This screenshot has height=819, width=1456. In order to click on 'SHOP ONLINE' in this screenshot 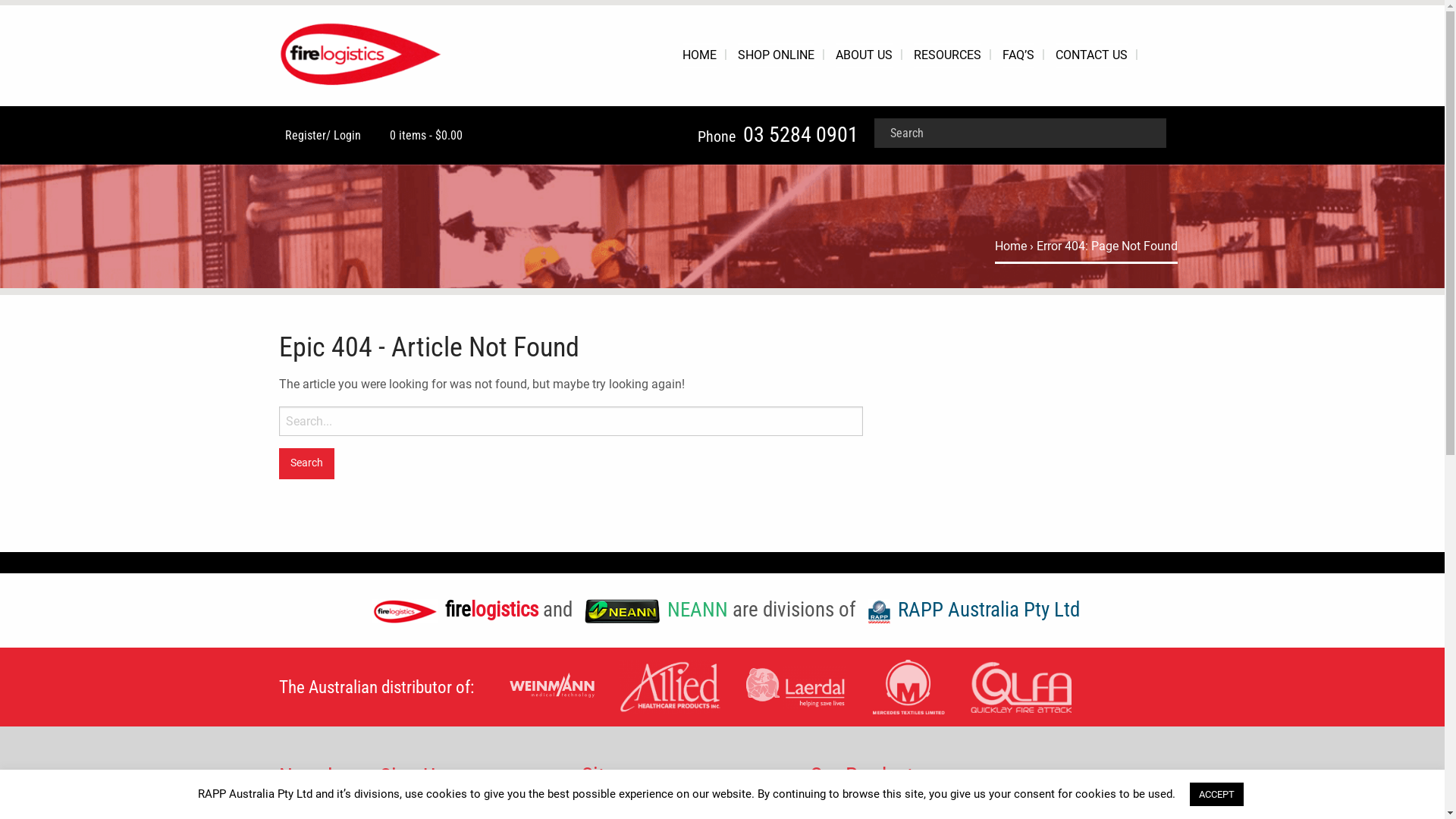, I will do `click(775, 55)`.